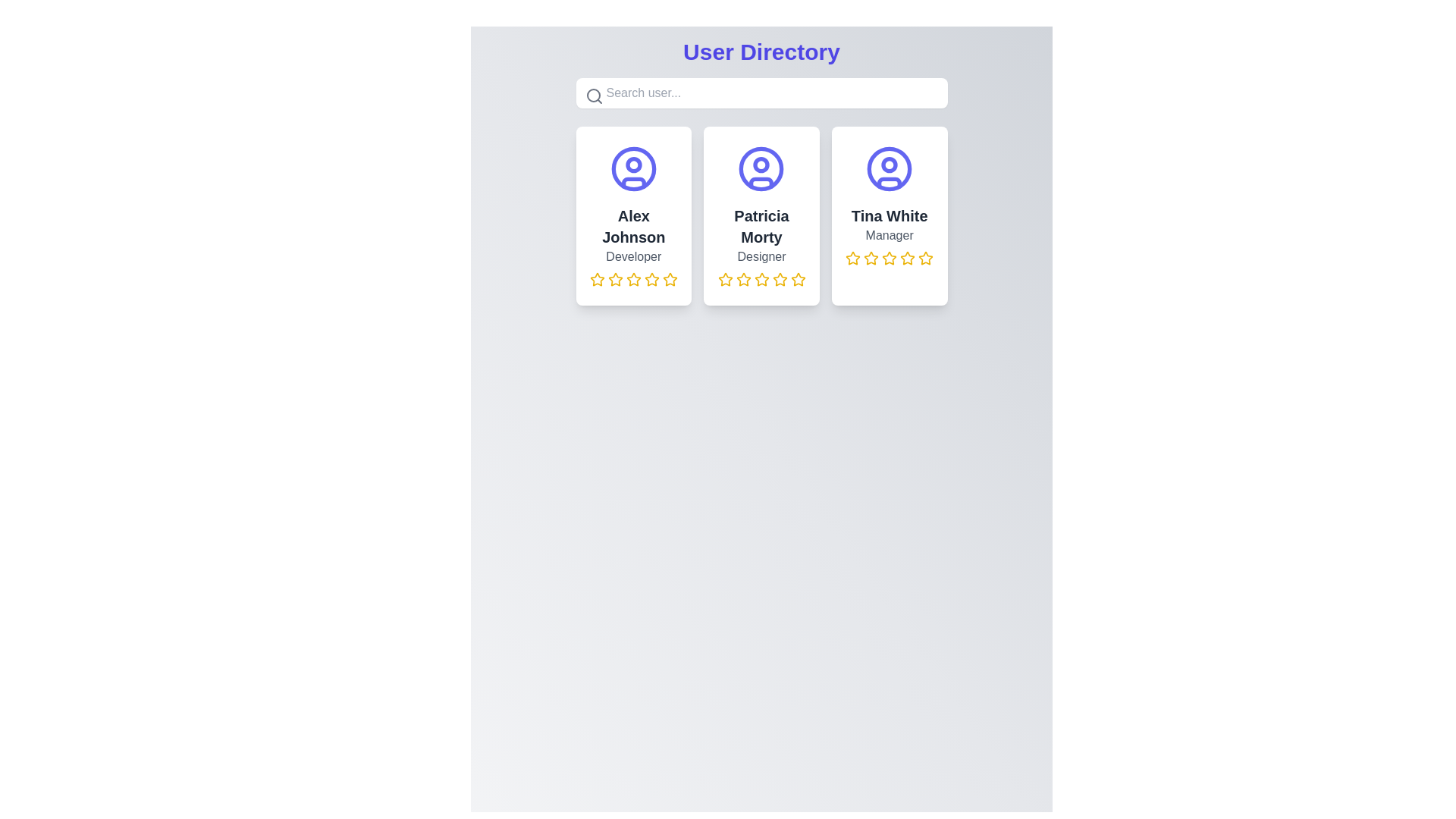 The height and width of the screenshot is (819, 1456). I want to click on the decorative graphic, which is the outermost circular shape of the avatar icon in the first card from the left in the top row of the user directory grid, so click(633, 169).